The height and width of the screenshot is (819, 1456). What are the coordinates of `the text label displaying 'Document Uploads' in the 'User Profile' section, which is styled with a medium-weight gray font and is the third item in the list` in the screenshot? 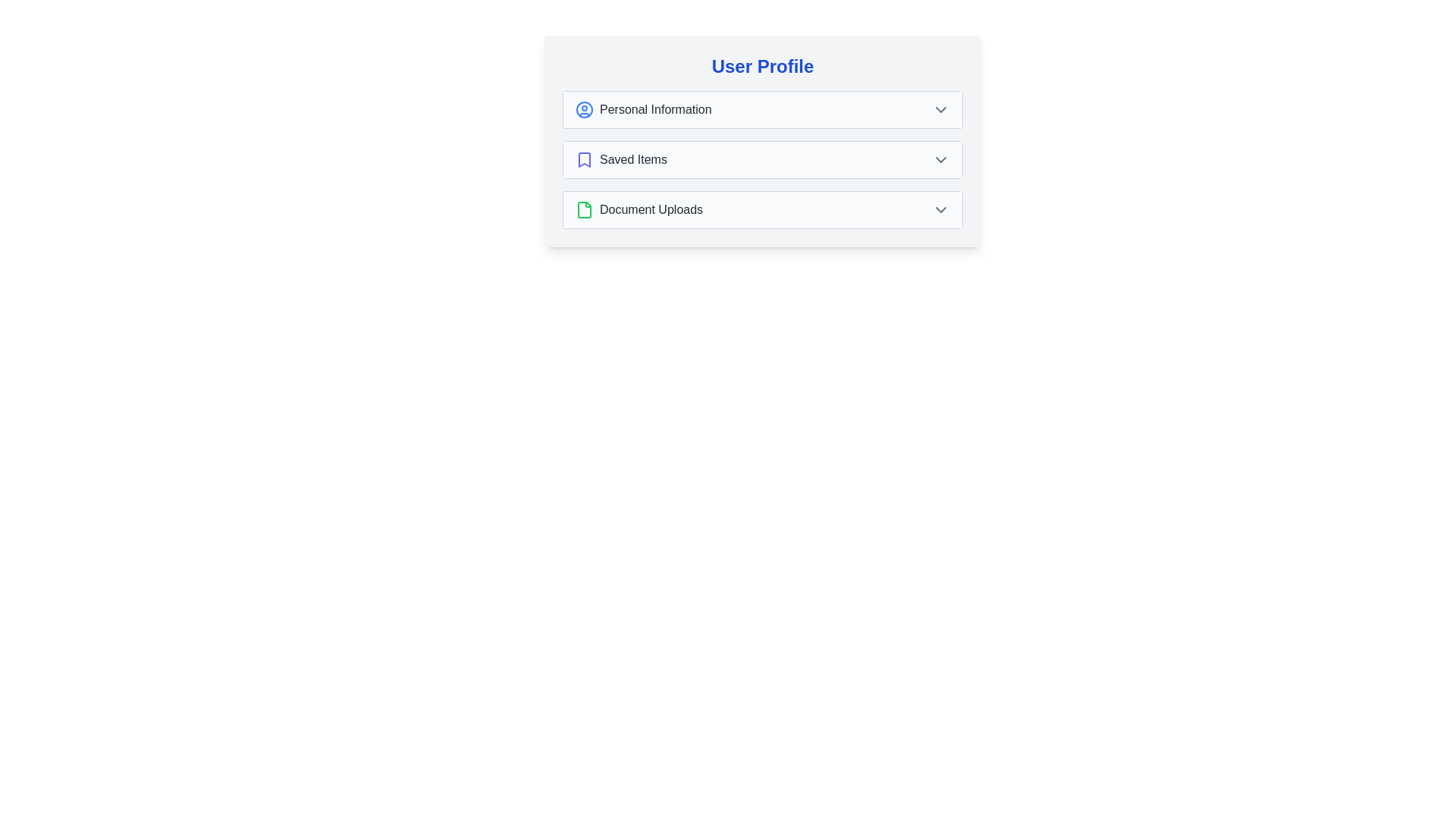 It's located at (651, 210).